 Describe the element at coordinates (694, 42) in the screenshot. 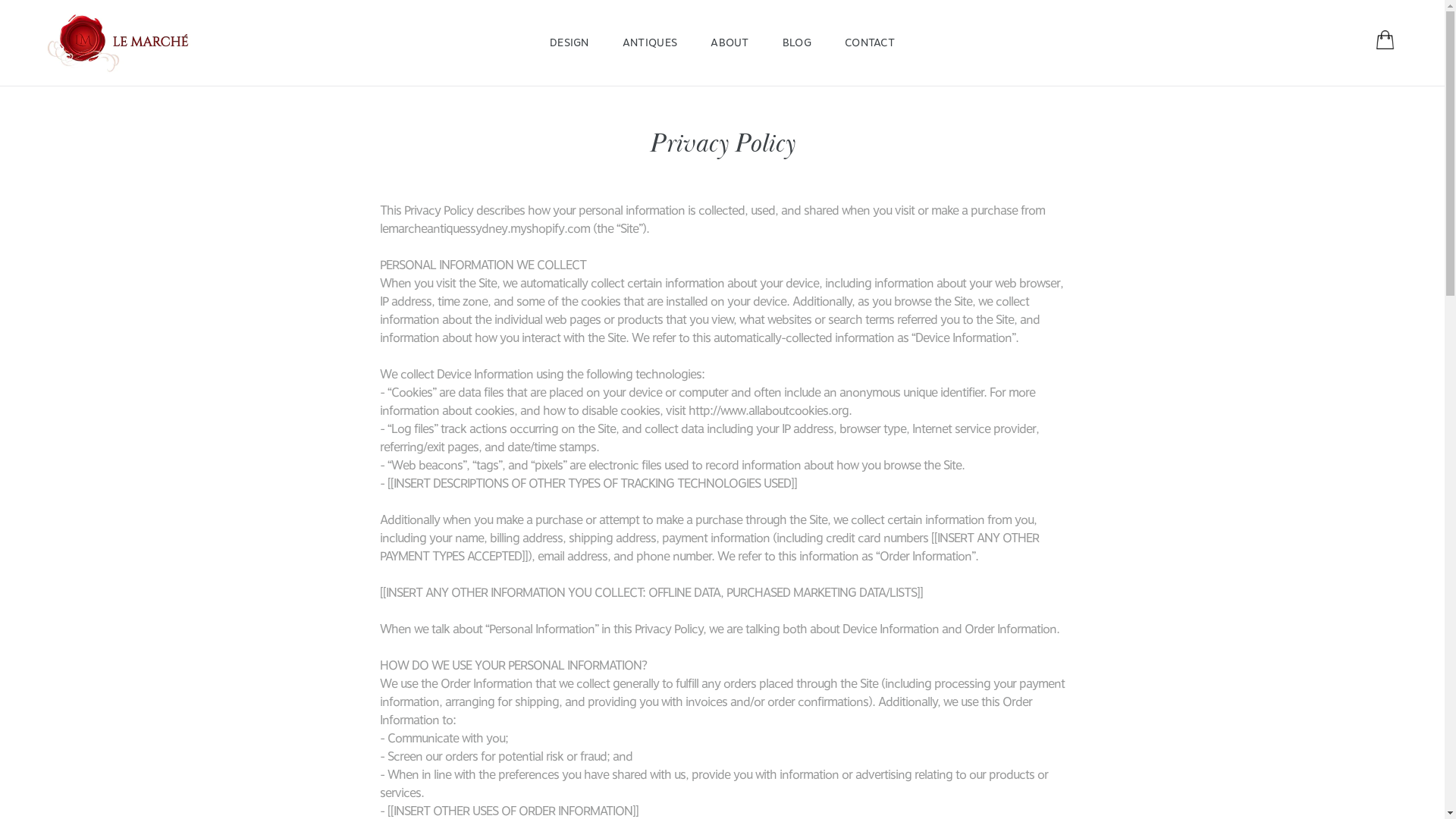

I see `'ABOUT'` at that location.